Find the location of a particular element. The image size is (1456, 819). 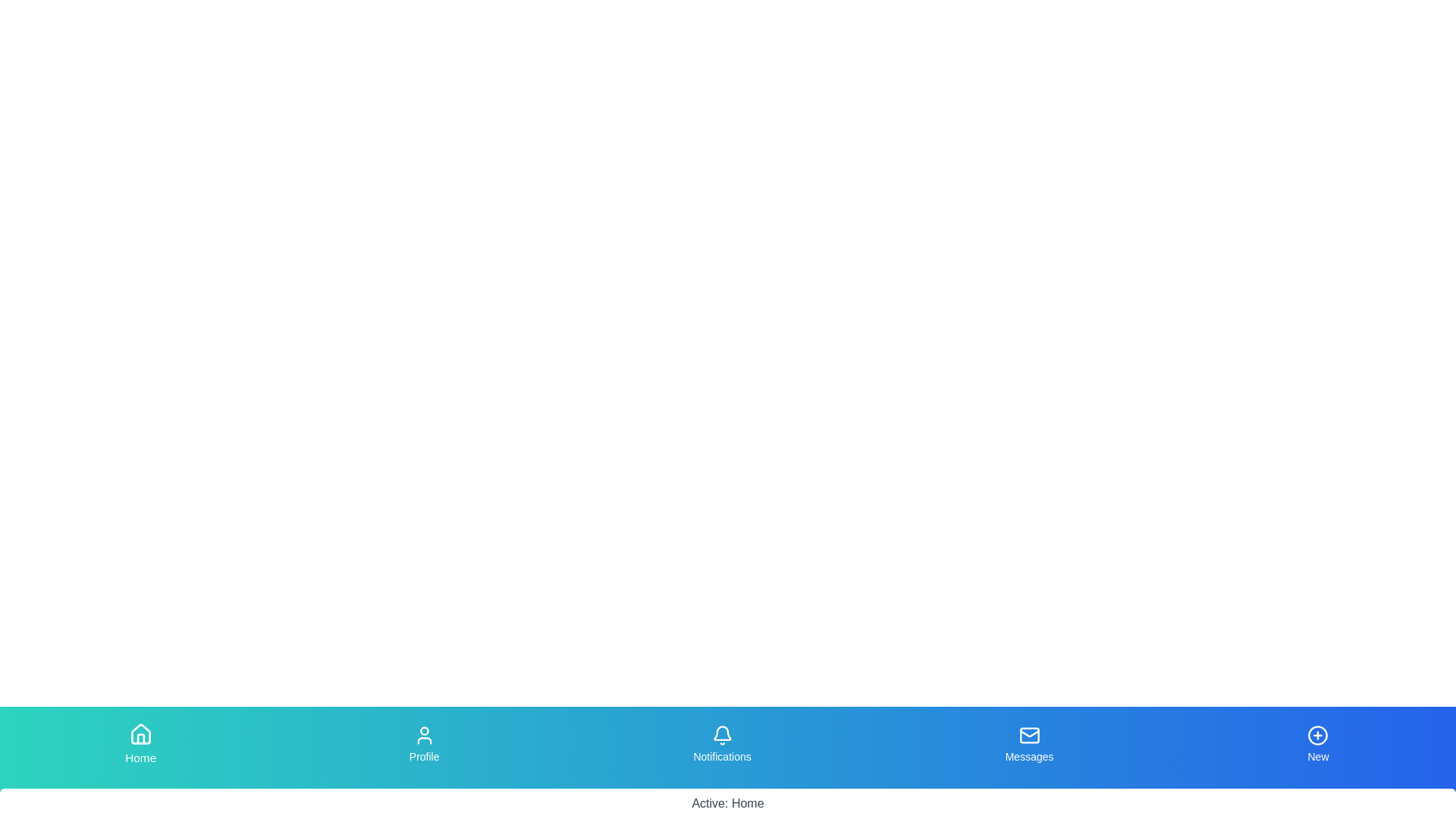

the tab labeled Profile to observe the scaling effect is located at coordinates (423, 744).